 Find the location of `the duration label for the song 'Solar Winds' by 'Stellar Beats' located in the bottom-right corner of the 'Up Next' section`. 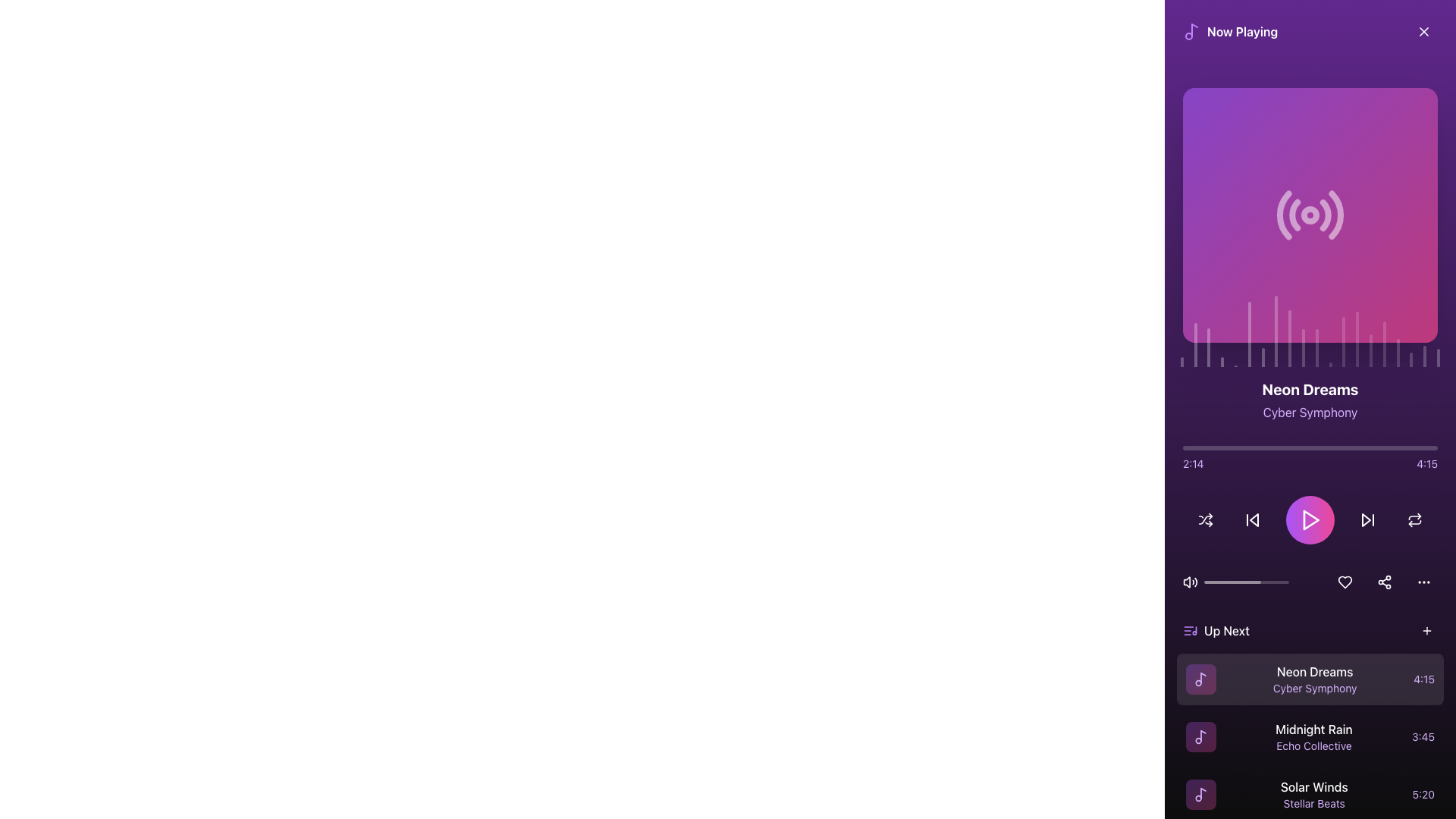

the duration label for the song 'Solar Winds' by 'Stellar Beats' located in the bottom-right corner of the 'Up Next' section is located at coordinates (1423, 794).